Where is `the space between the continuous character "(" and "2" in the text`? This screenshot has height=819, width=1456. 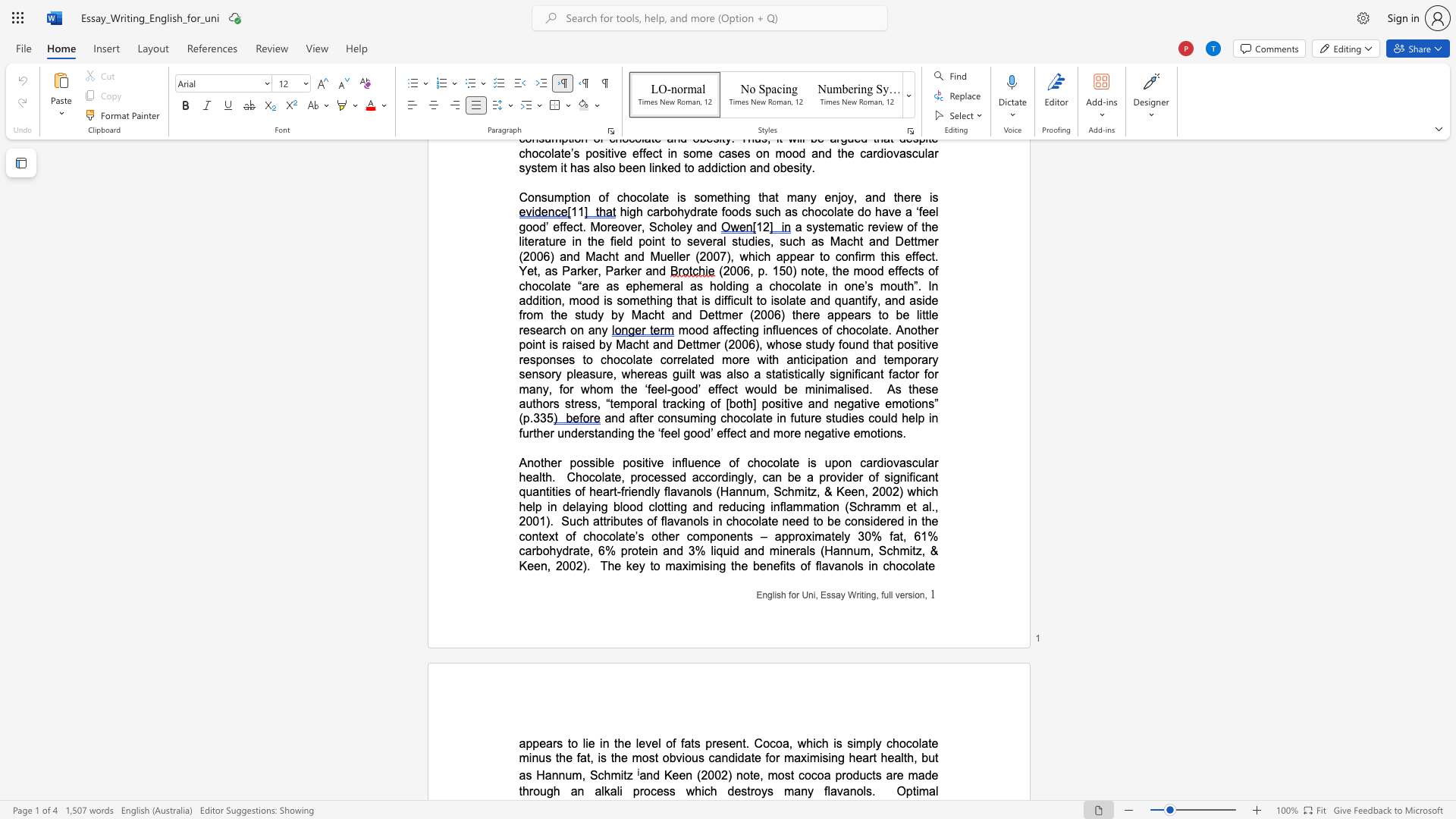
the space between the continuous character "(" and "2" in the text is located at coordinates (701, 775).